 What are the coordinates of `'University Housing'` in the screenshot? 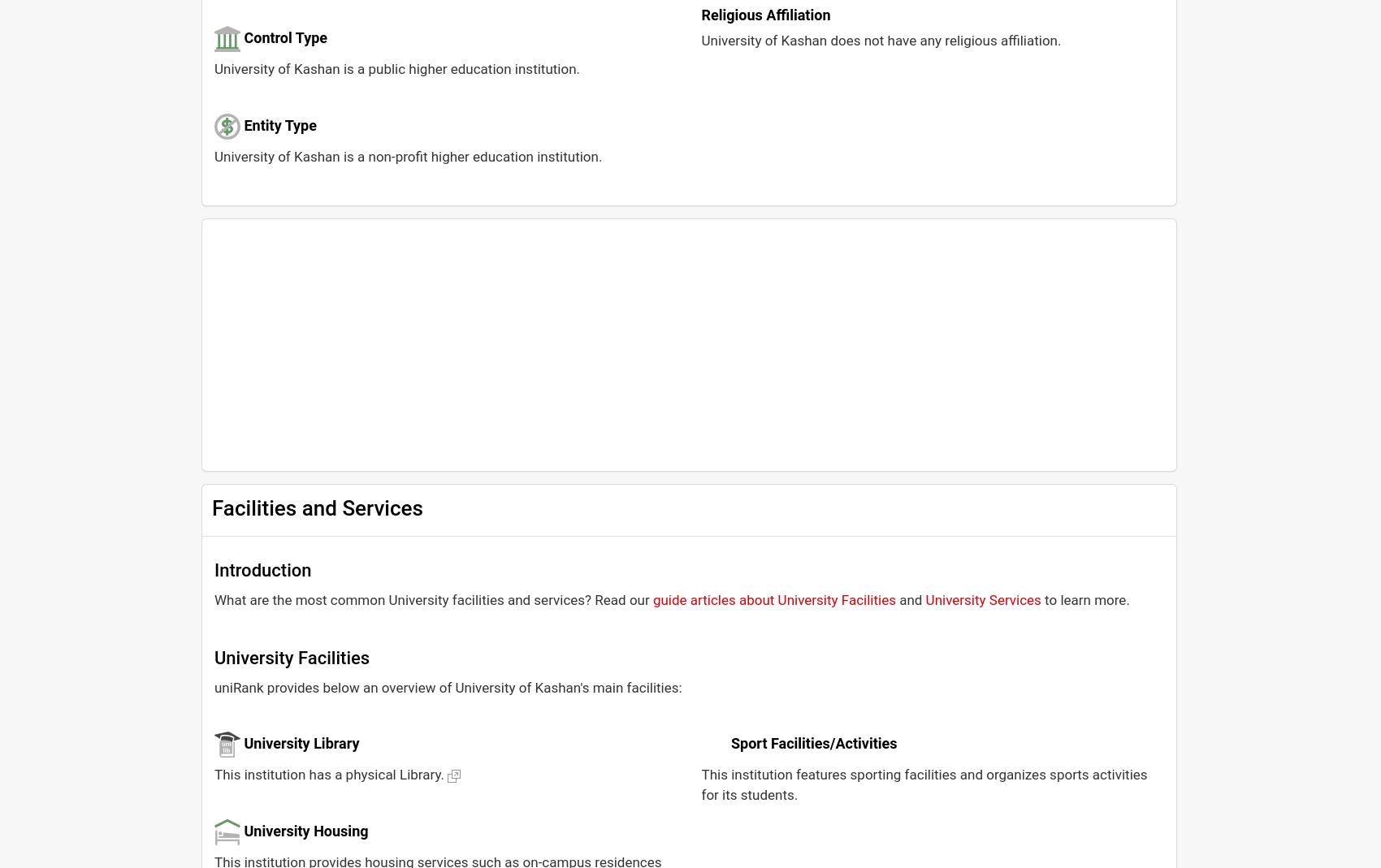 It's located at (305, 830).